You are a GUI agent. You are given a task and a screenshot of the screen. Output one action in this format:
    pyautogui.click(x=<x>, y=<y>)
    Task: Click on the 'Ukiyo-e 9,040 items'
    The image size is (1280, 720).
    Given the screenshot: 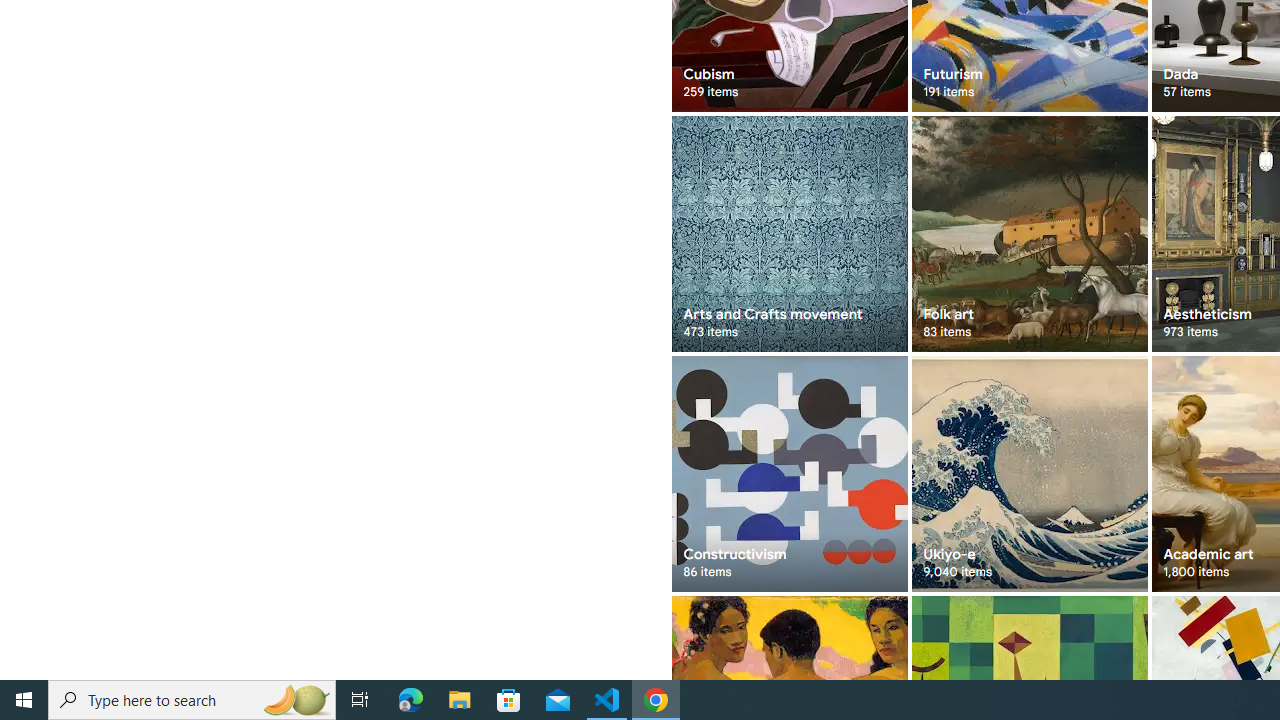 What is the action you would take?
    pyautogui.click(x=1029, y=473)
    